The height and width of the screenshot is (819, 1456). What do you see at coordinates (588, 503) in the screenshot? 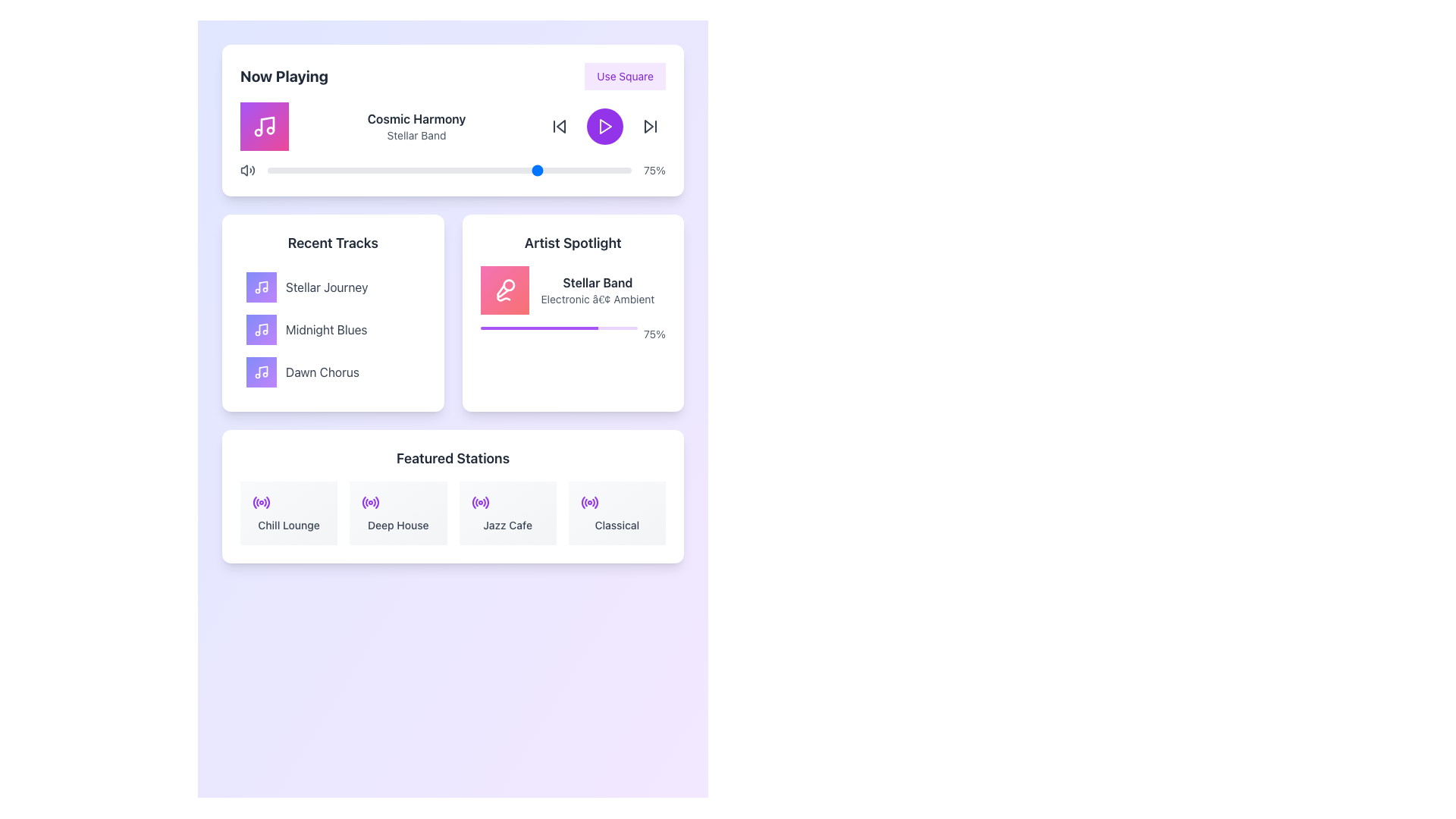
I see `the fourth and rightmost icon in the 'Featured Stations' section` at bounding box center [588, 503].